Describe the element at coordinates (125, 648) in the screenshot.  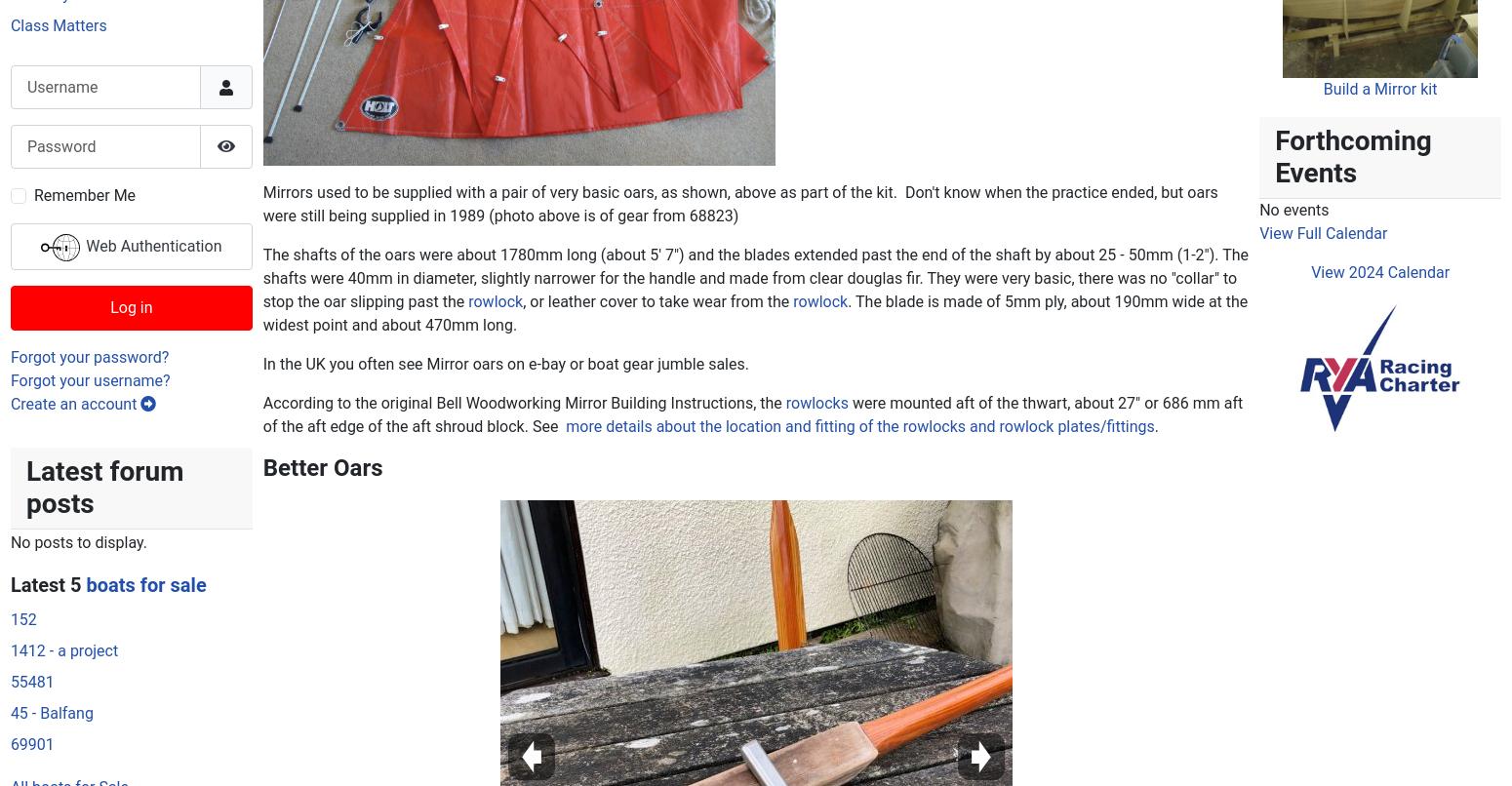
I see `'ex-owners/family looking for their old boat'` at that location.